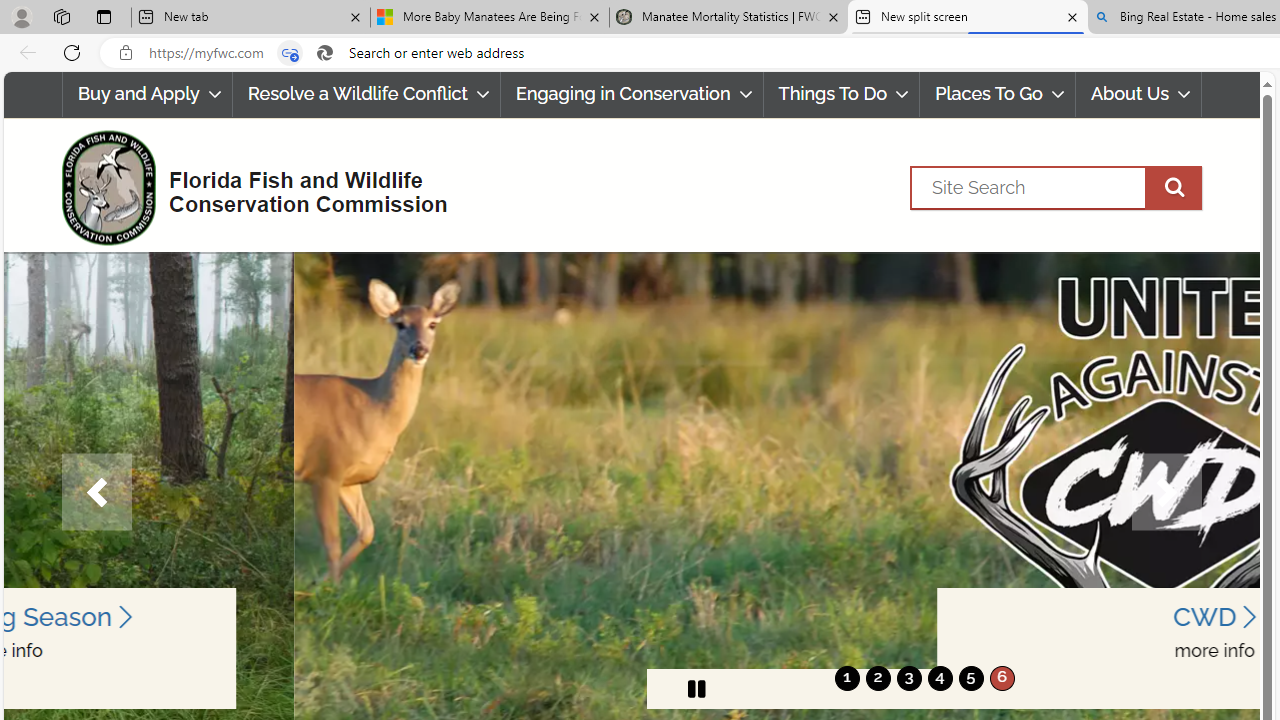  I want to click on '1', so click(847, 677).